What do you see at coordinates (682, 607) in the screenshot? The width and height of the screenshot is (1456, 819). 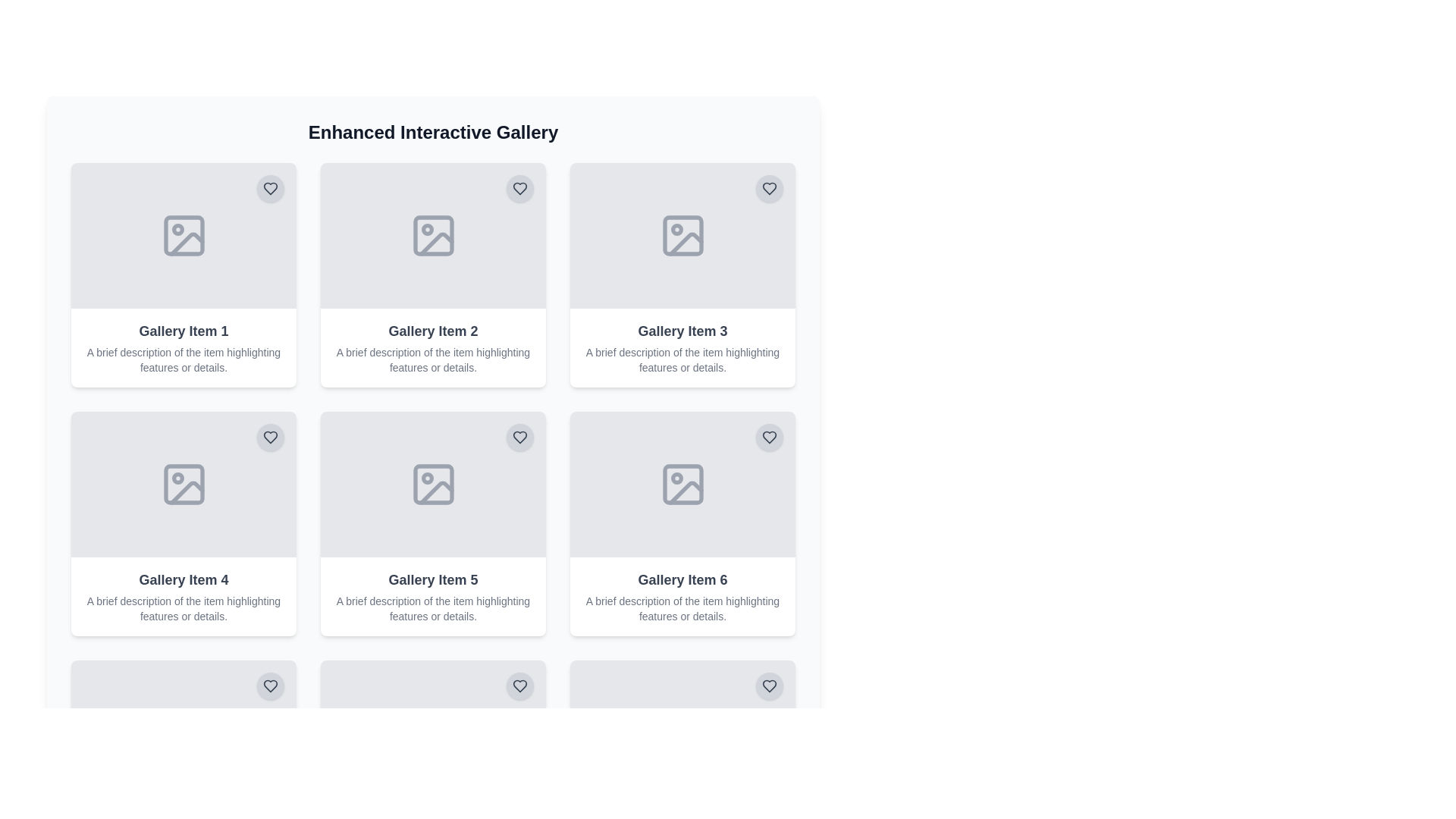 I see `the static text that reads 'A brief description of the item highlighting features or details' located beneath 'Gallery Item 6' in the second column of the second row in the gallery` at bounding box center [682, 607].